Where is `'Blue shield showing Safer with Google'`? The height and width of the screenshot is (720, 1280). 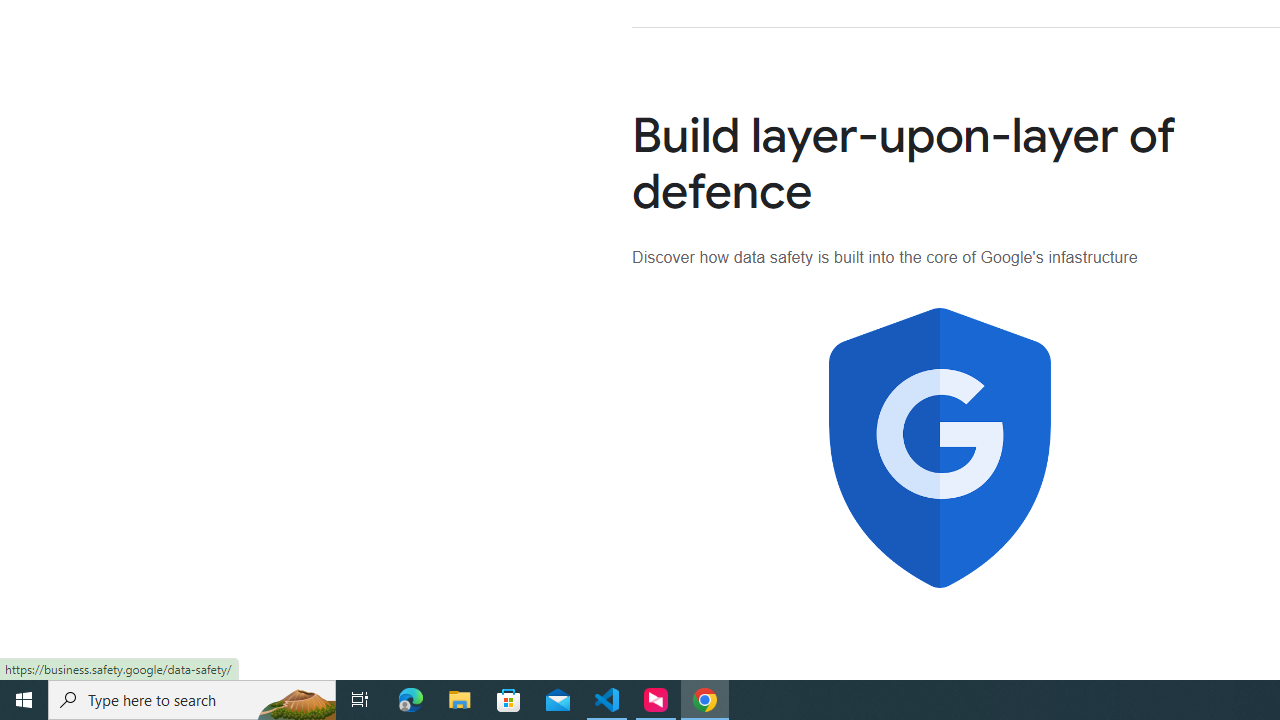
'Blue shield showing Safer with Google' is located at coordinates (939, 447).